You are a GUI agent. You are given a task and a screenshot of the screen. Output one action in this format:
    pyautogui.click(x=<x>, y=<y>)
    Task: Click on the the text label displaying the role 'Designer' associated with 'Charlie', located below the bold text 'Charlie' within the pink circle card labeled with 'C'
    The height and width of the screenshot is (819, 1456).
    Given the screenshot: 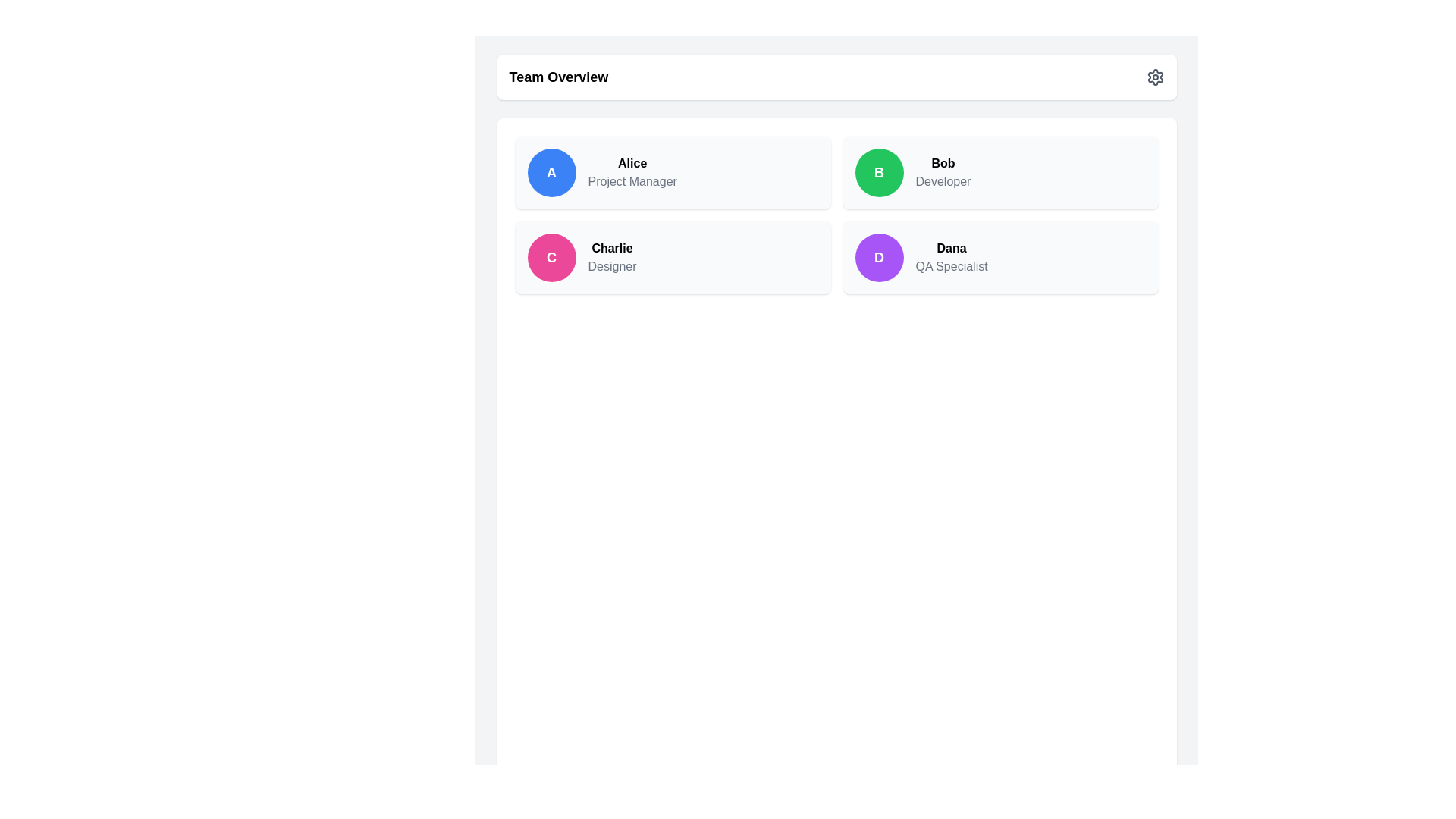 What is the action you would take?
    pyautogui.click(x=612, y=265)
    